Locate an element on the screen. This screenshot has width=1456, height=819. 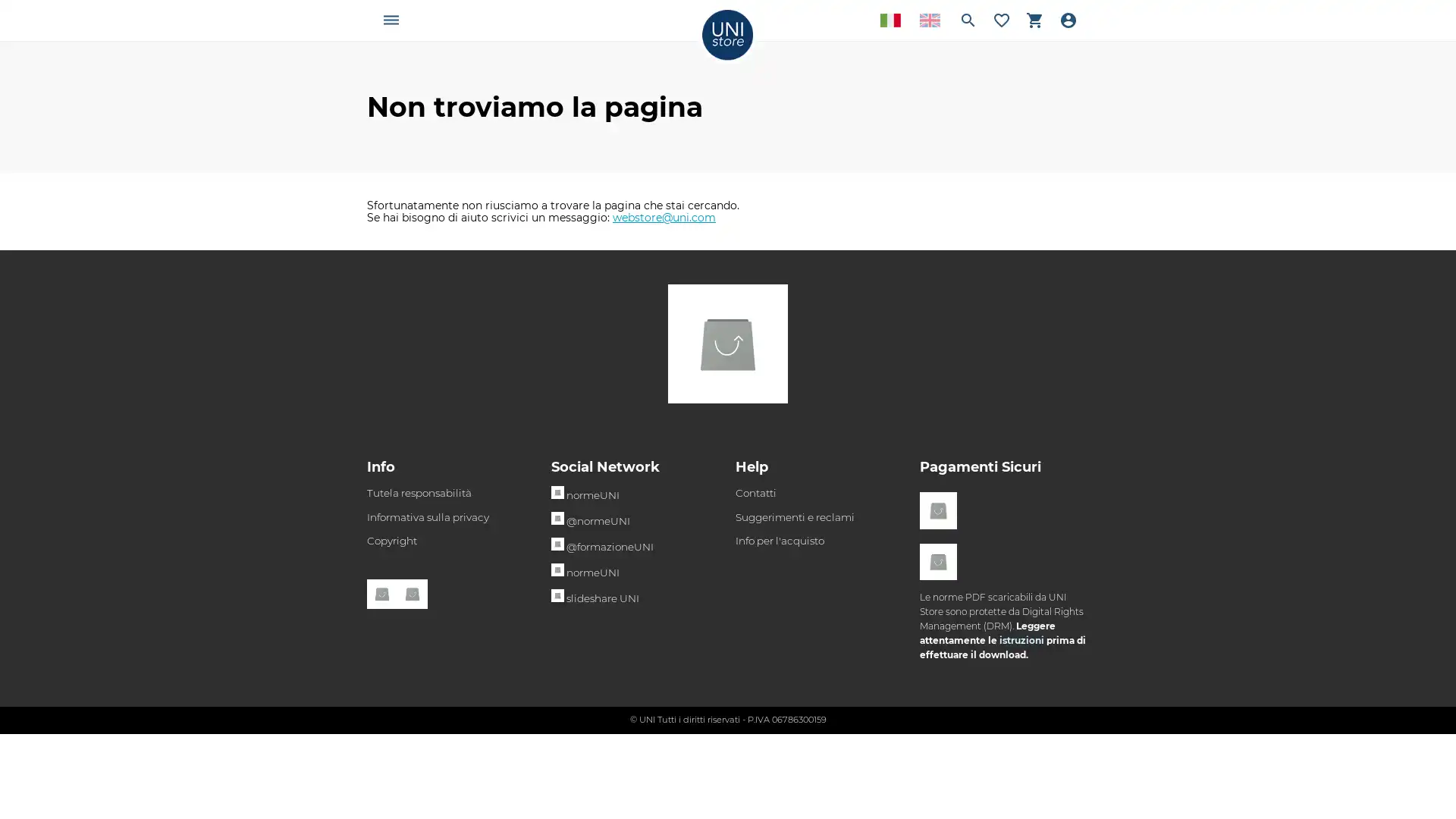
account_circle is located at coordinates (1068, 20).